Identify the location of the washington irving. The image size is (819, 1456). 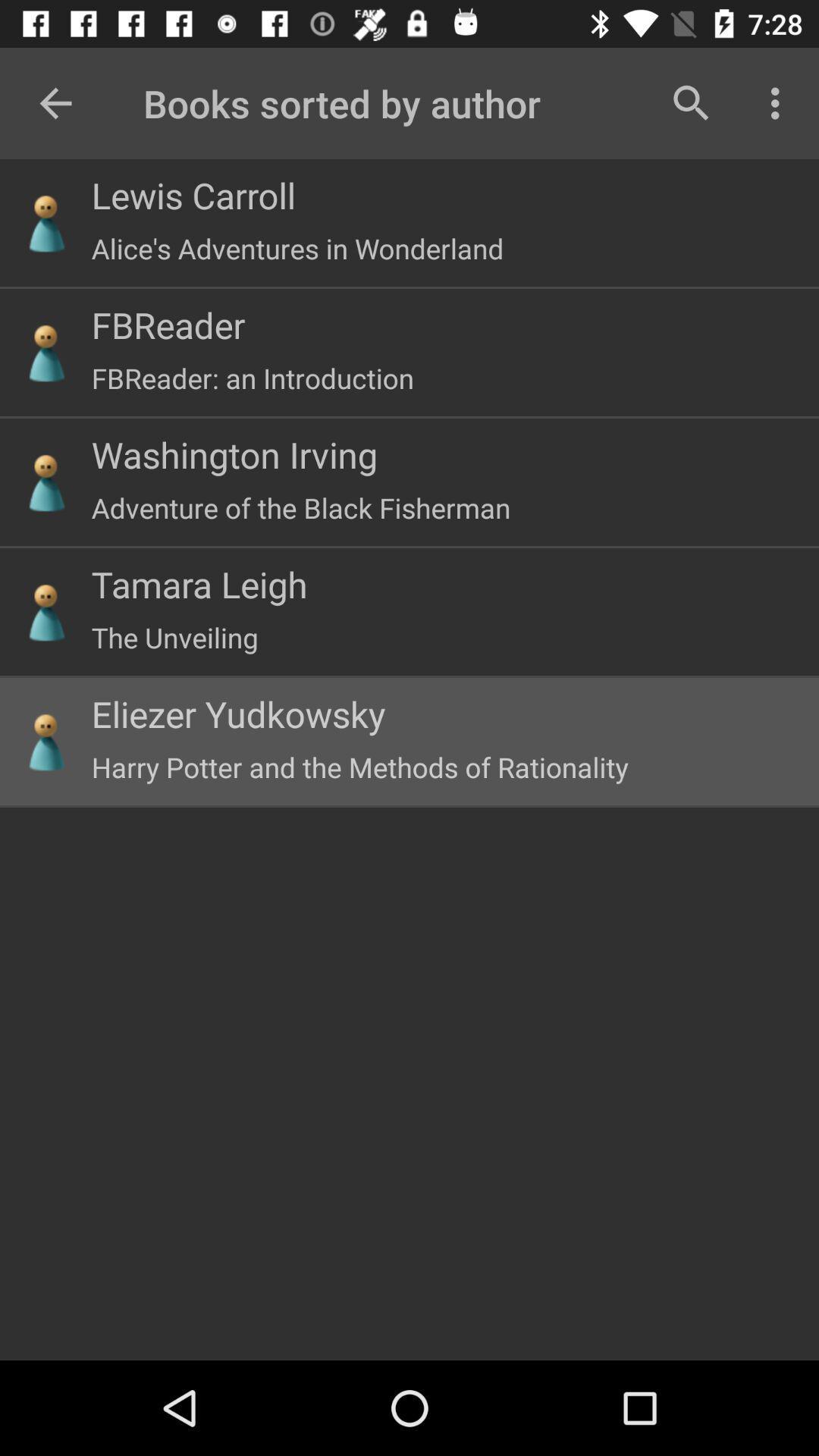
(234, 453).